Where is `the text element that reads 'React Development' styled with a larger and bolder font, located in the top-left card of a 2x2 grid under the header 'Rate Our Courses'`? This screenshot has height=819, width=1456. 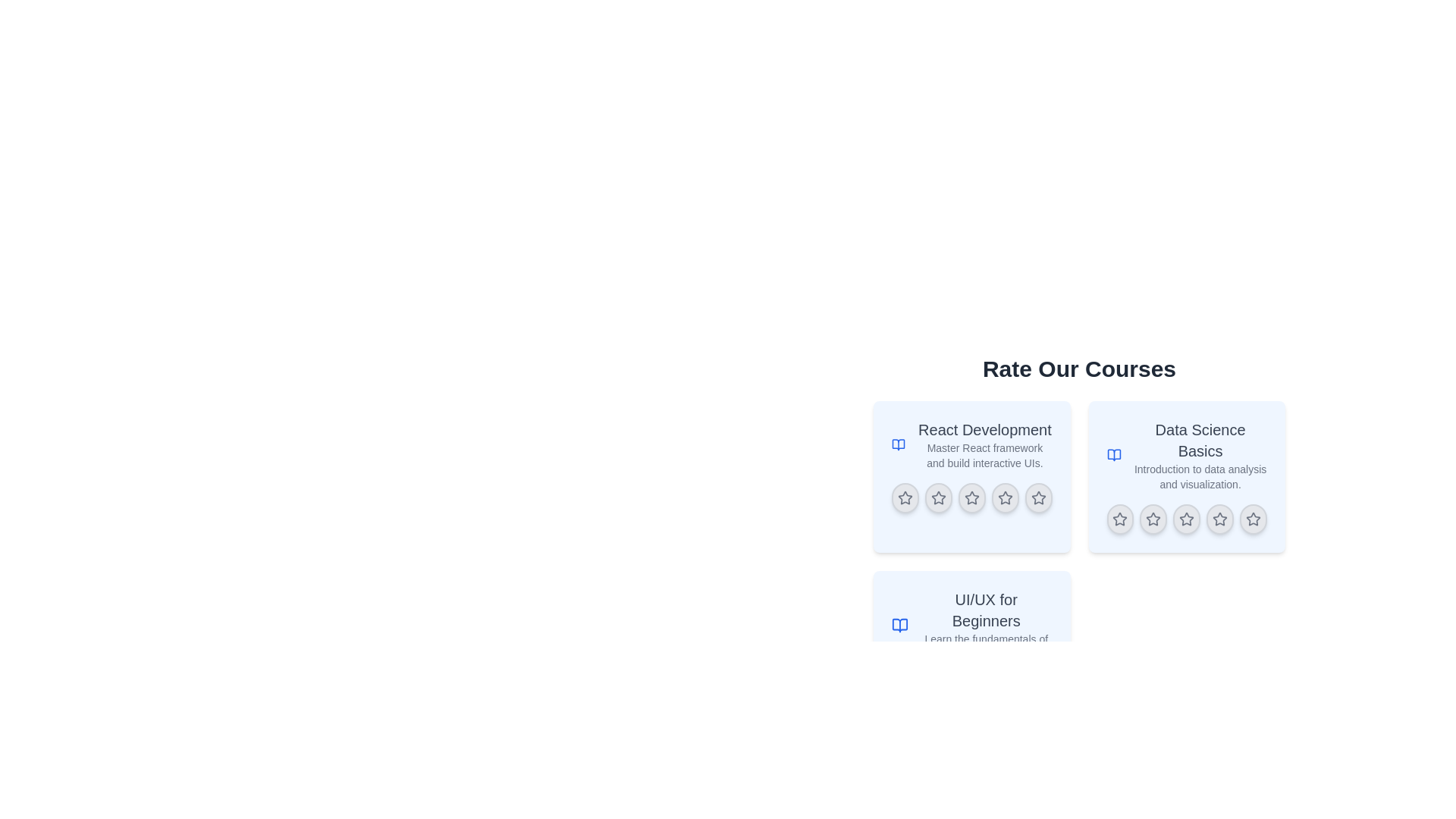
the text element that reads 'React Development' styled with a larger and bolder font, located in the top-left card of a 2x2 grid under the header 'Rate Our Courses' is located at coordinates (984, 444).